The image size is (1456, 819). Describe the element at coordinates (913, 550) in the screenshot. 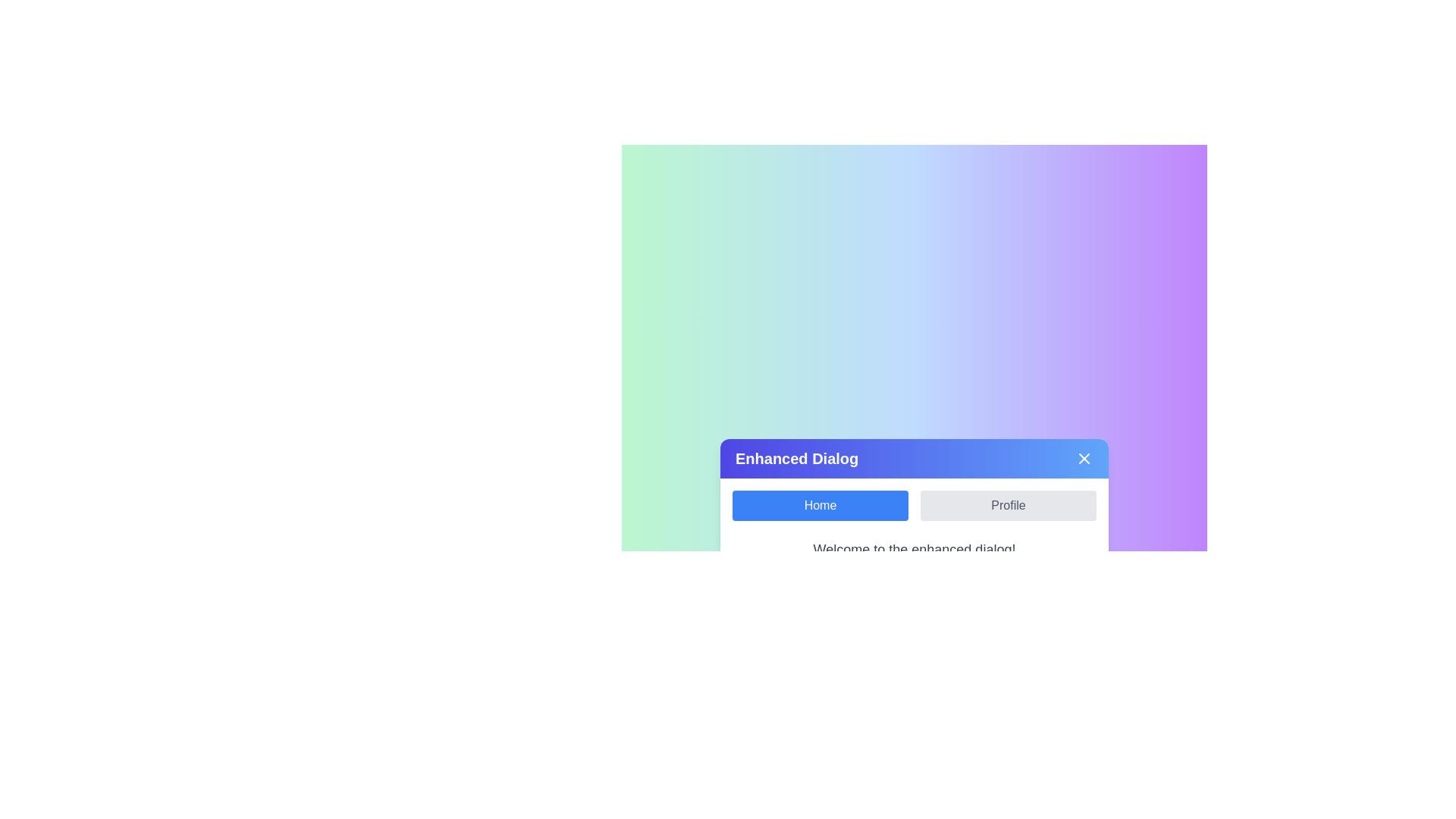

I see `the text label displaying 'Welcome to the enhanced dialog!' which is centered below the button bar` at that location.